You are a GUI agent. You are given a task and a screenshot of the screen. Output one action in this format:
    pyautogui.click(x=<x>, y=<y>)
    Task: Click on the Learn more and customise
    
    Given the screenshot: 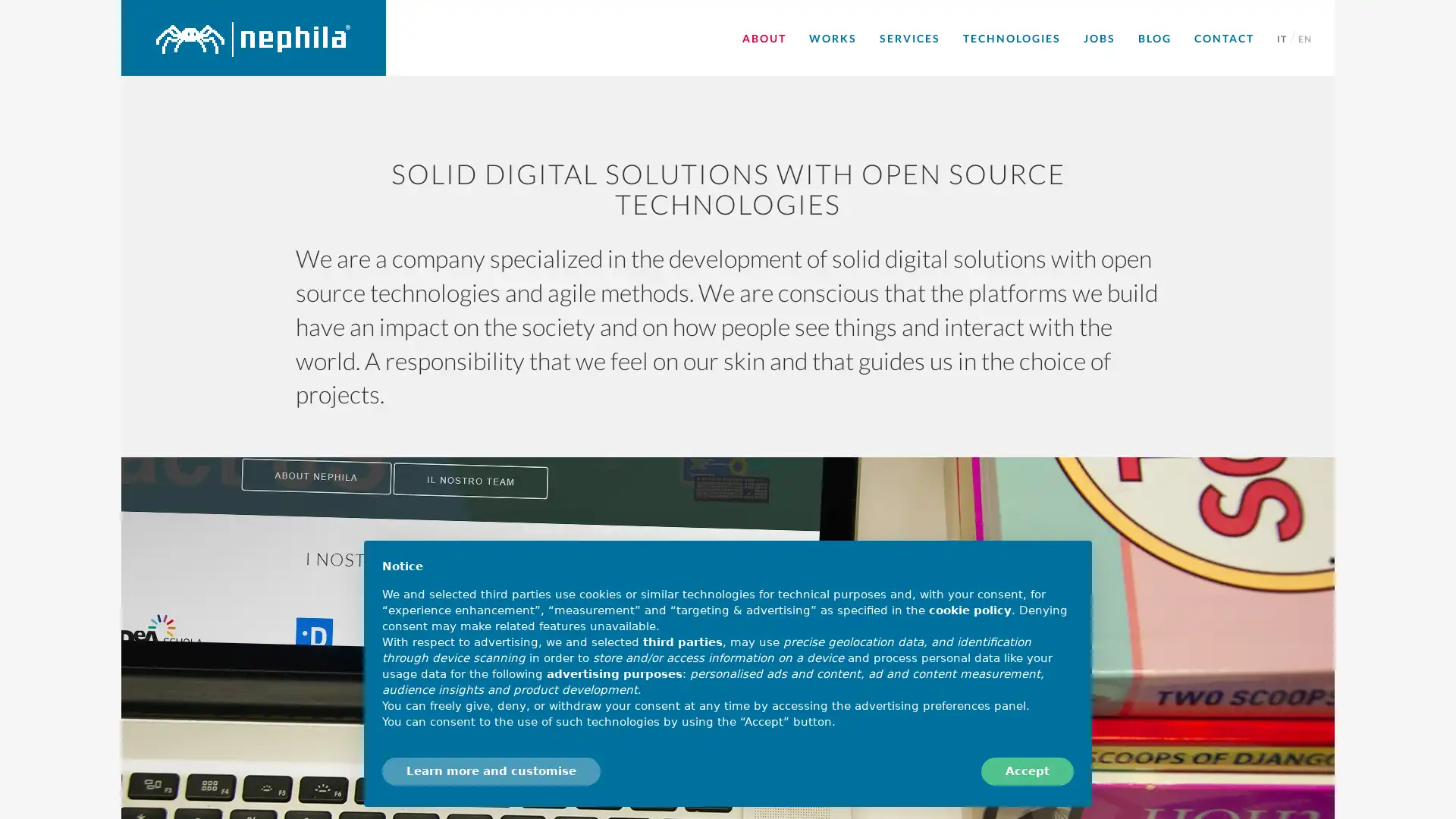 What is the action you would take?
    pyautogui.click(x=491, y=771)
    